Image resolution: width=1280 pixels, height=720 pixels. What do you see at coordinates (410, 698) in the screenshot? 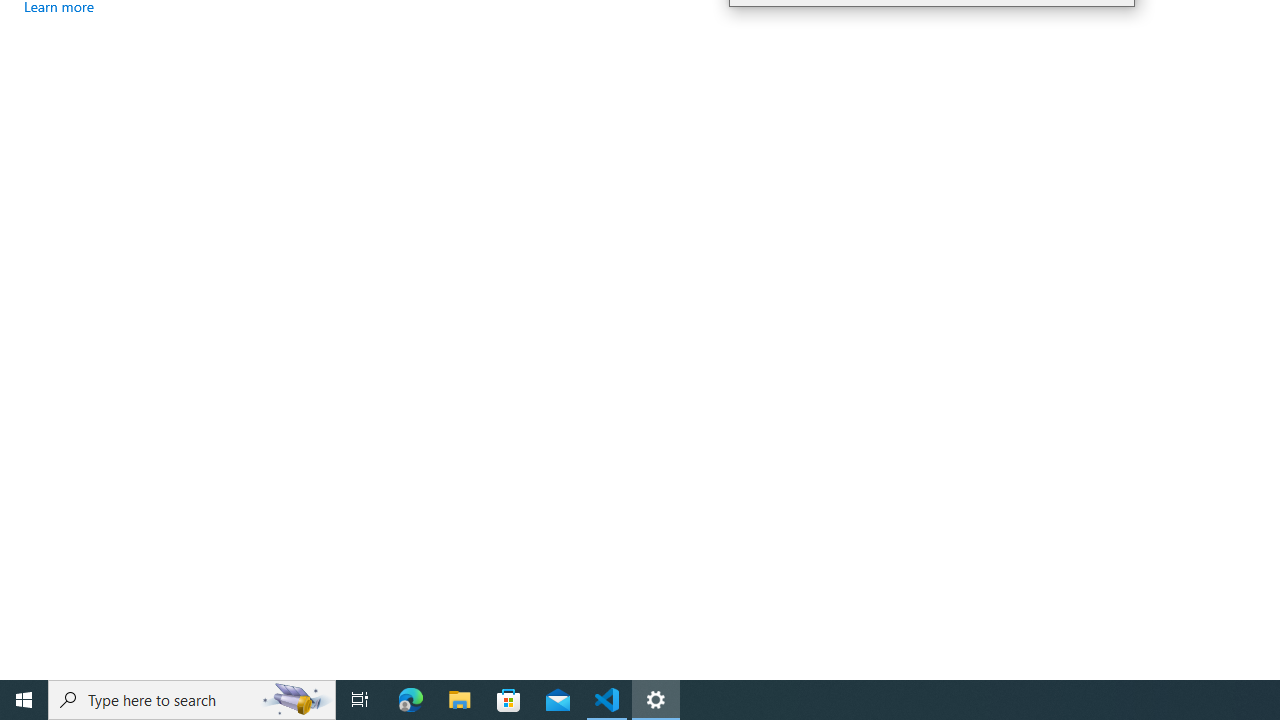
I see `'Microsoft Edge'` at bounding box center [410, 698].